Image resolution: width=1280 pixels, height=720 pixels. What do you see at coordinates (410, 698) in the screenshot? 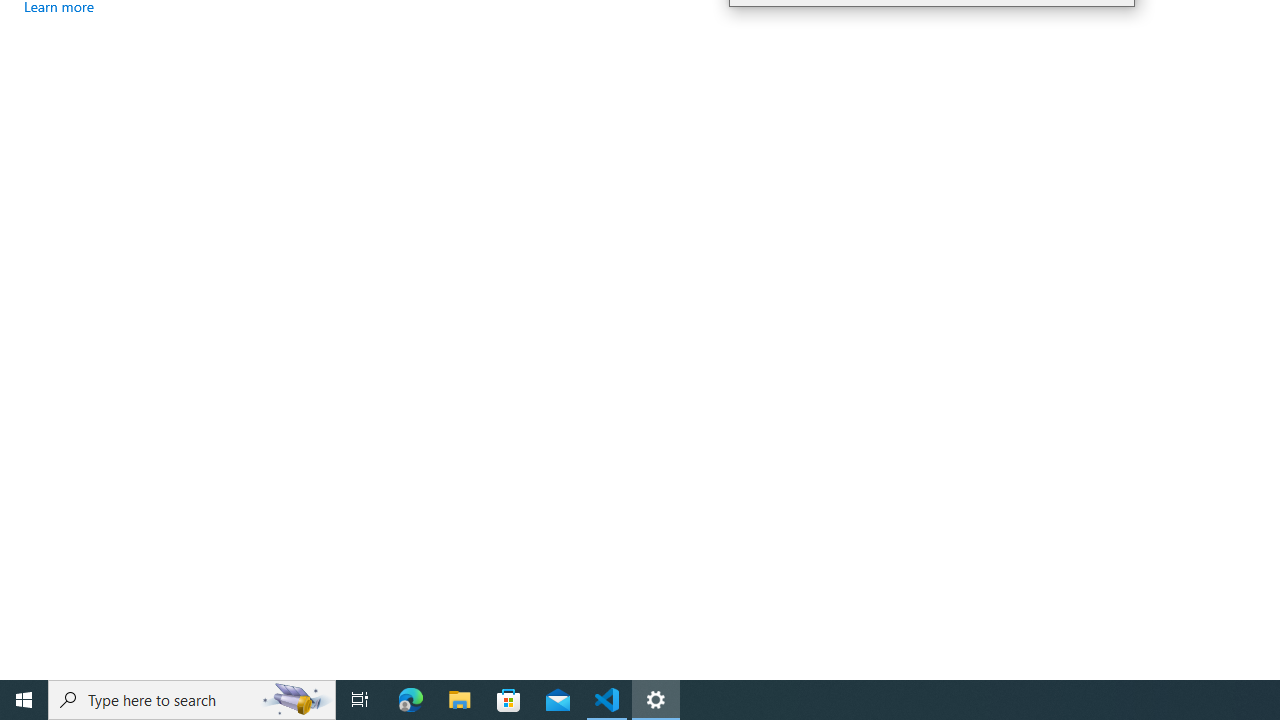
I see `'Microsoft Edge'` at bounding box center [410, 698].